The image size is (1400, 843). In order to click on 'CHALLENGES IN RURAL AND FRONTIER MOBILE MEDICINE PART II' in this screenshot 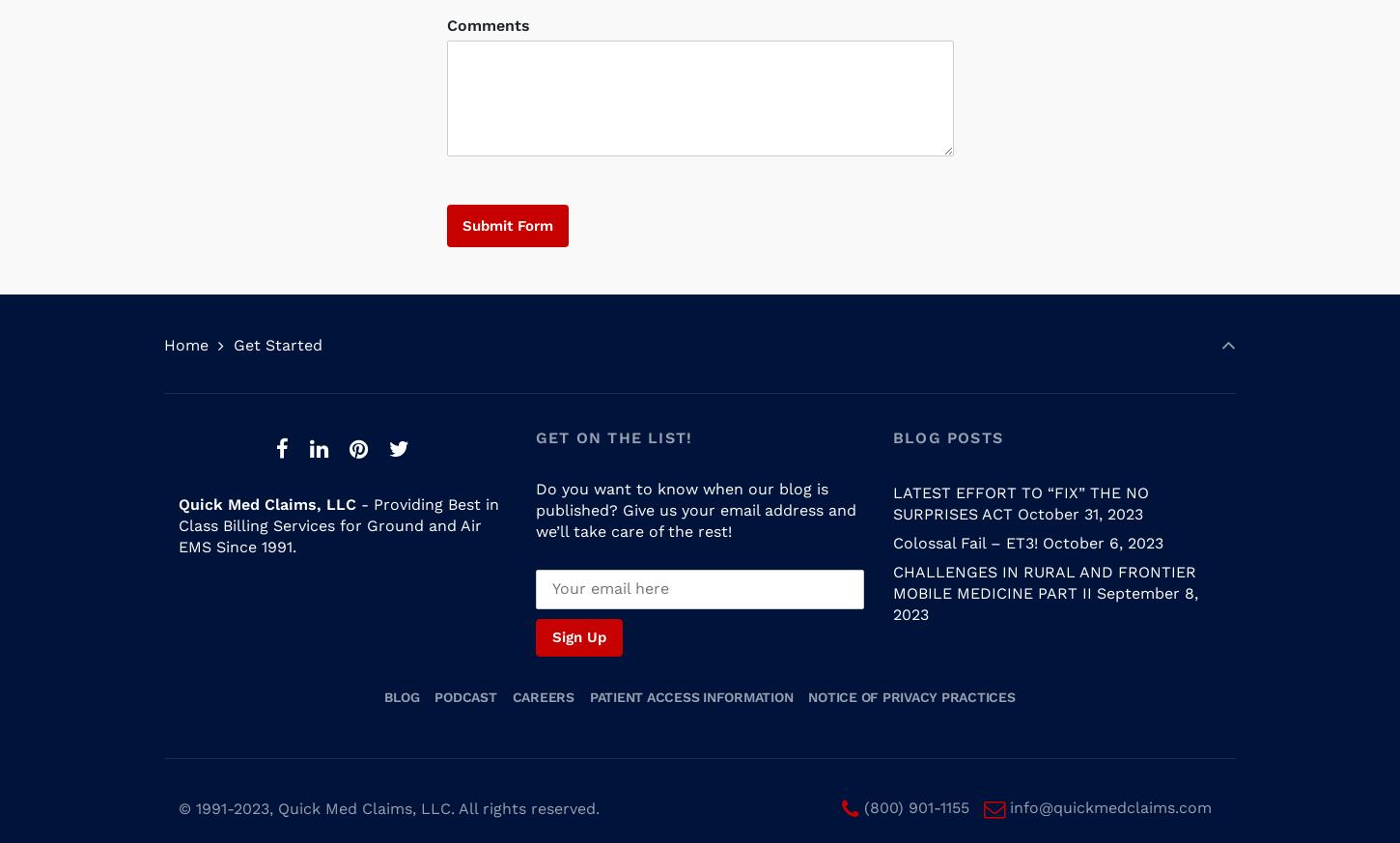, I will do `click(1043, 563)`.